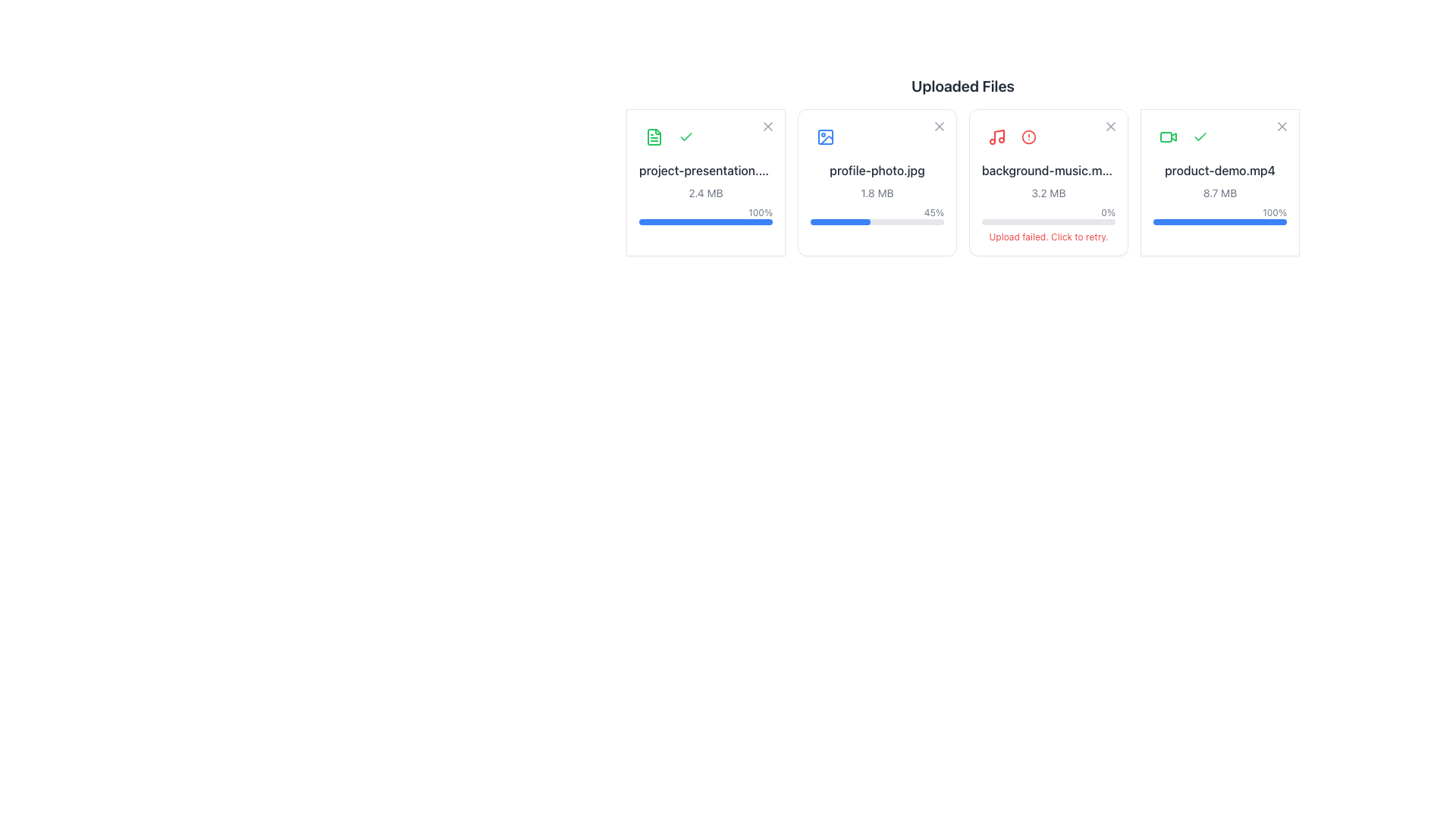 This screenshot has height=819, width=1456. I want to click on the percentage displayed on the progress bar for the 'background-music.mp3' upload task, currently at 0%, so click(1047, 216).